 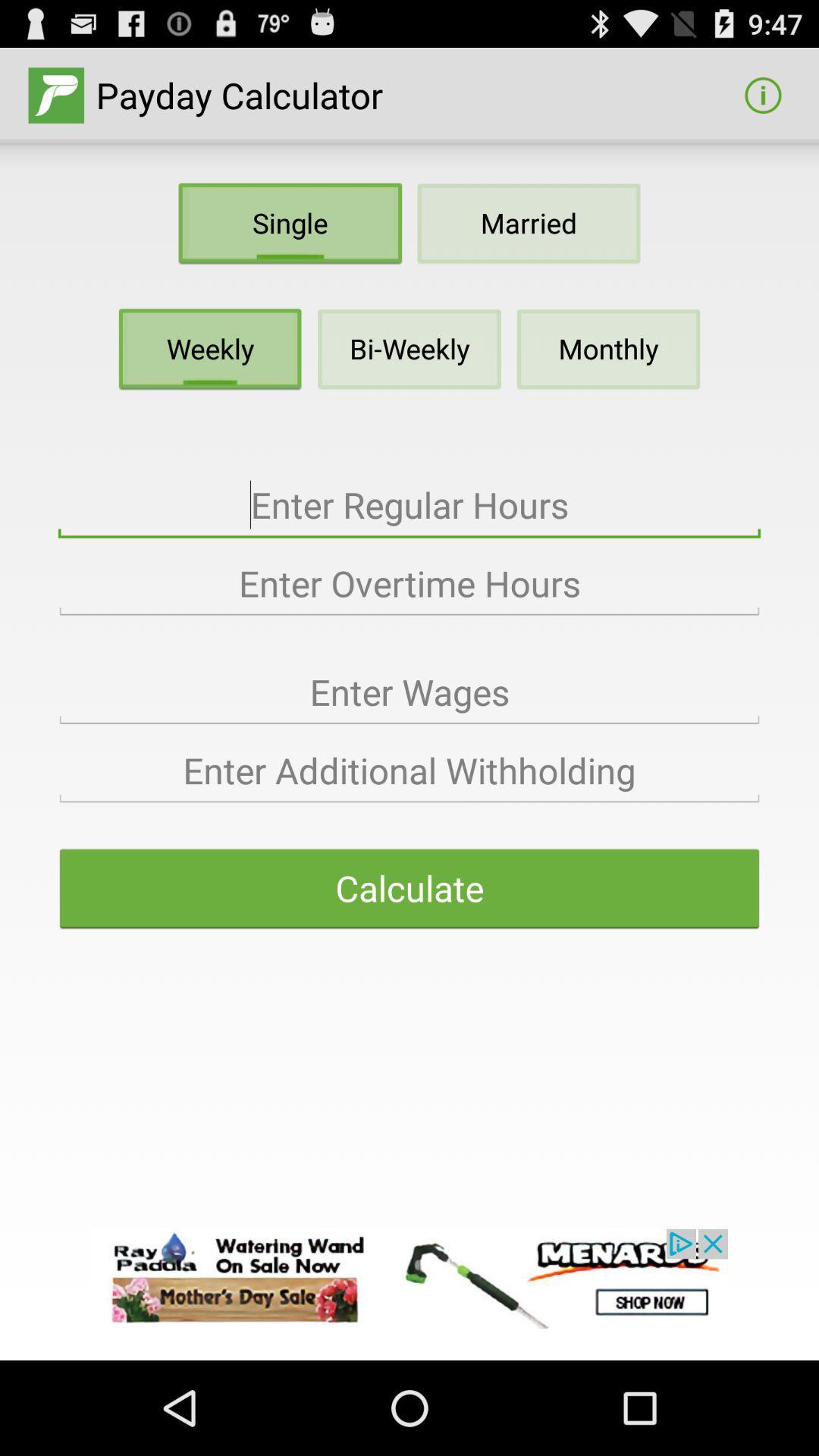 What do you see at coordinates (409, 771) in the screenshot?
I see `5` at bounding box center [409, 771].